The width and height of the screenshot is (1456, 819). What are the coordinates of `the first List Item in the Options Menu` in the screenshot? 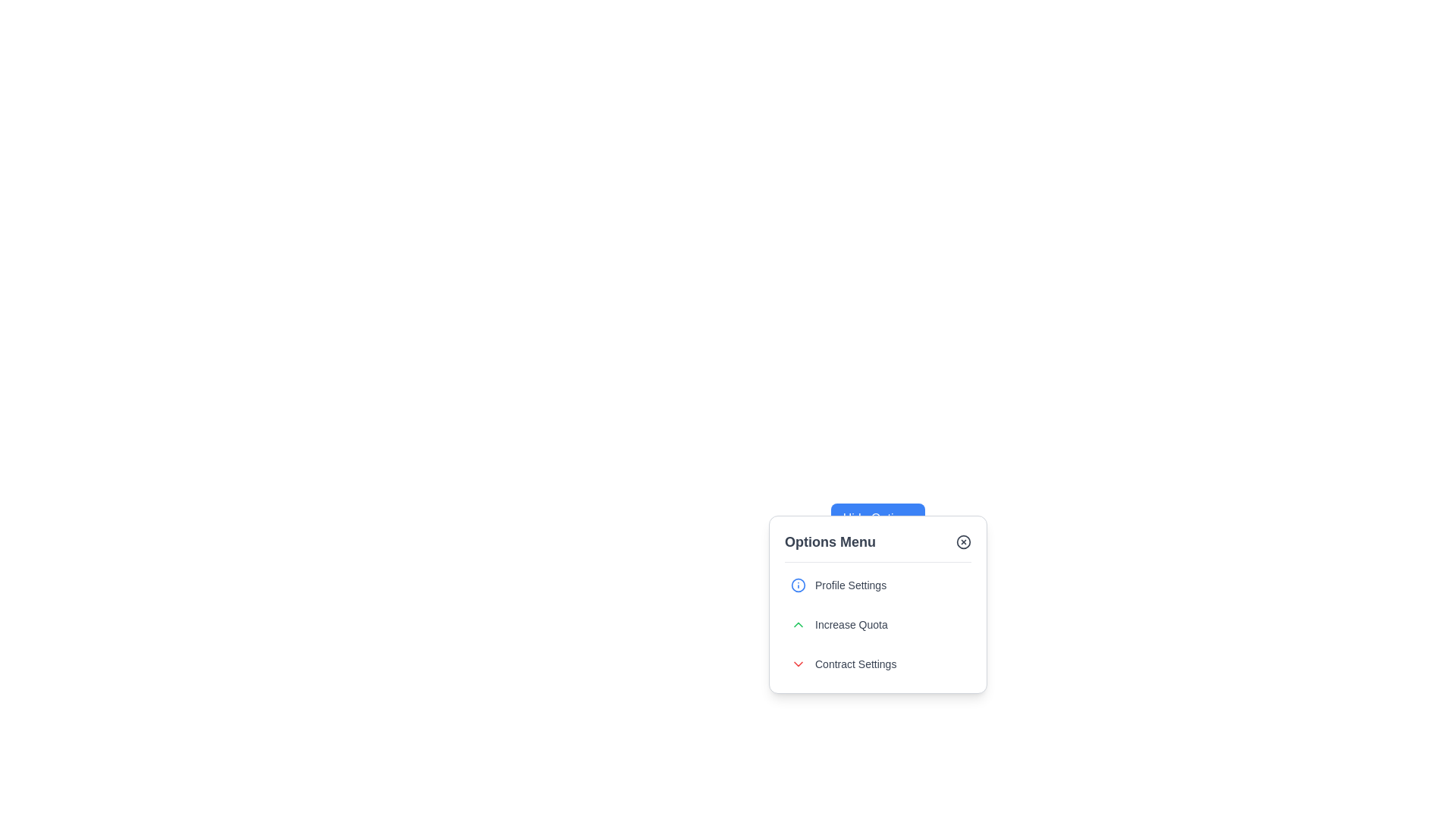 It's located at (877, 598).